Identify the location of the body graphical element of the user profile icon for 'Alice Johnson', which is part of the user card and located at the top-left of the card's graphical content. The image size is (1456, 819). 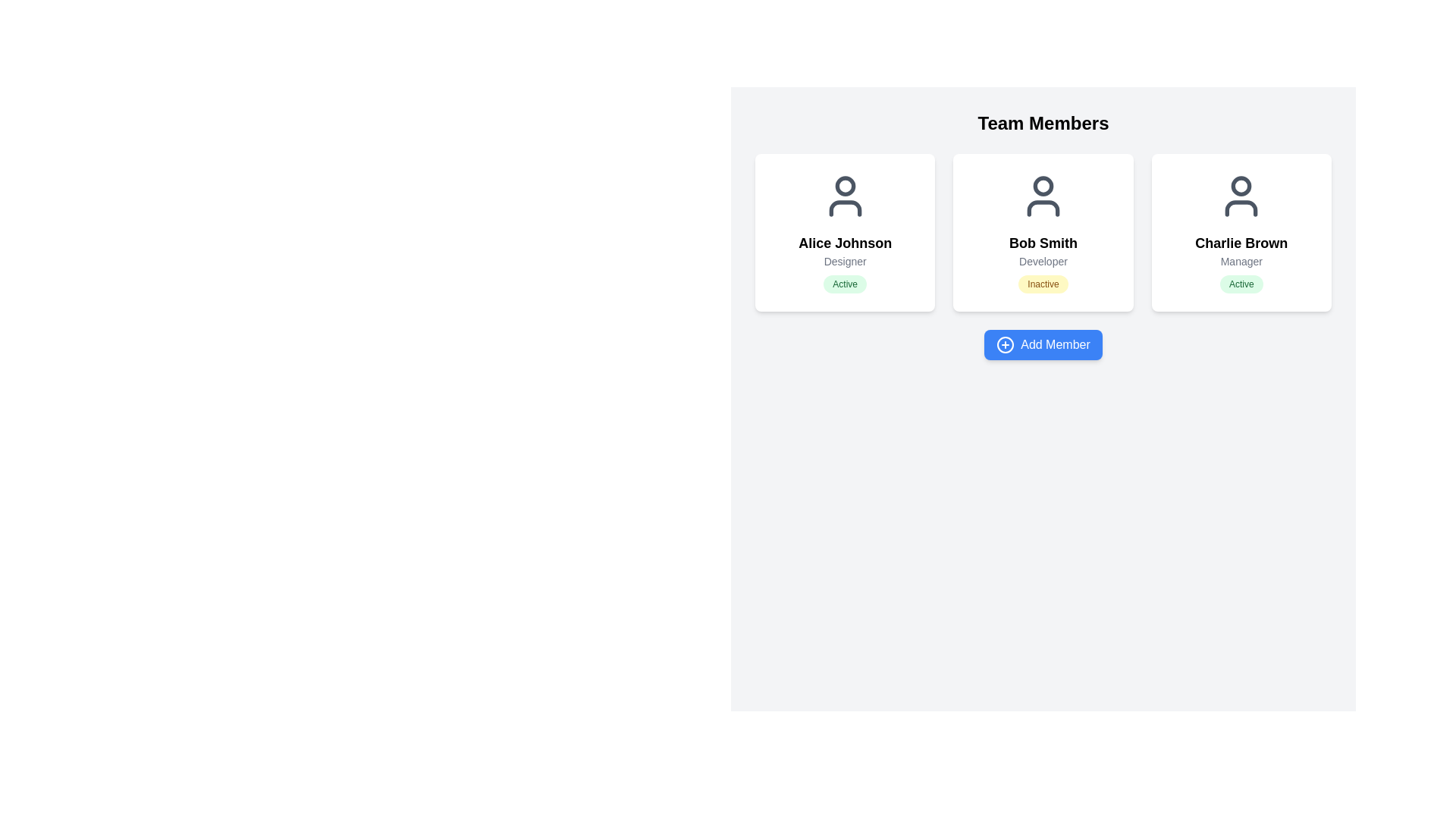
(844, 208).